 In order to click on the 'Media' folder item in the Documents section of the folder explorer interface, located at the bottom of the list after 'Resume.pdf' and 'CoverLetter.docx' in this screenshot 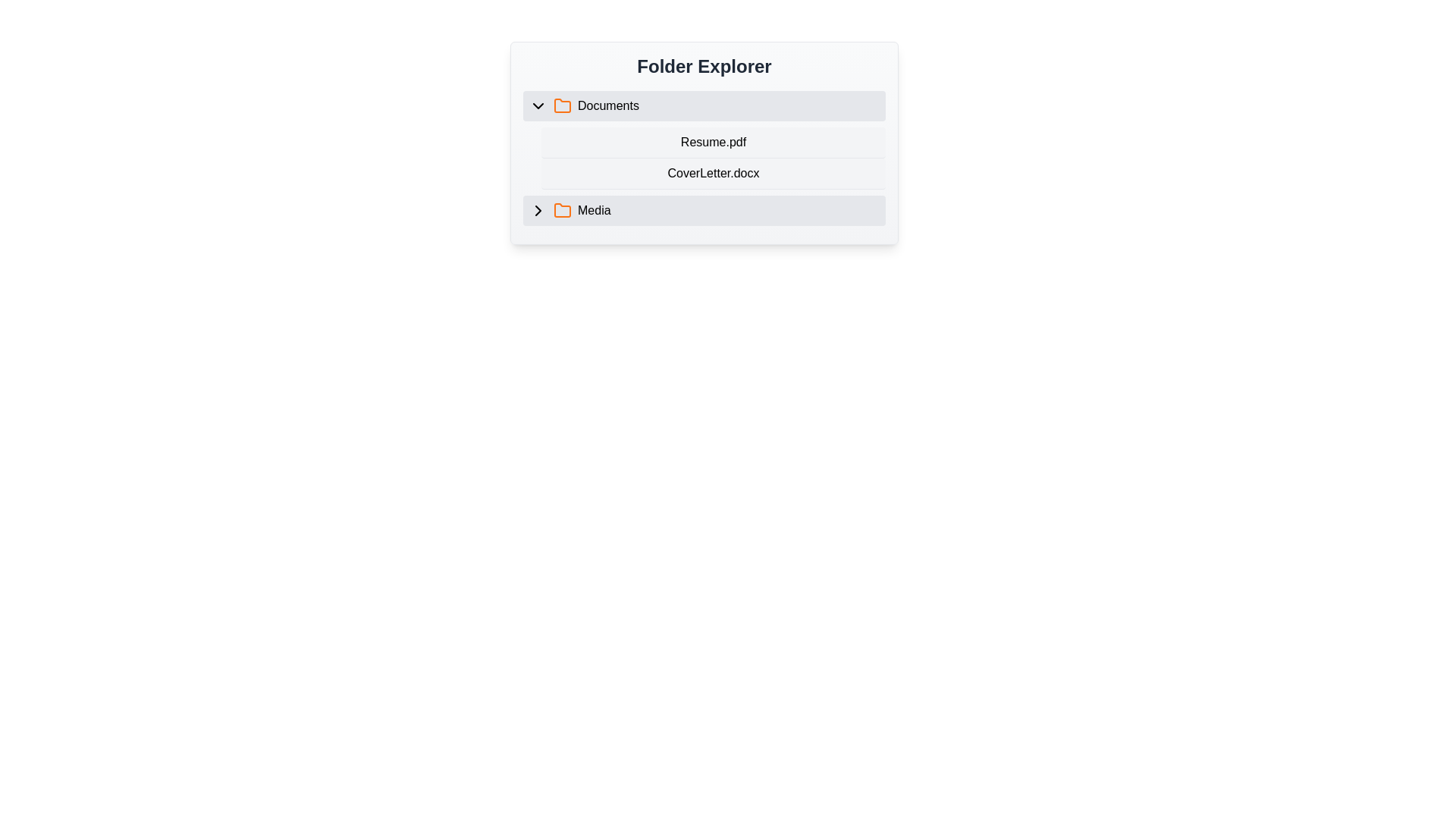, I will do `click(704, 210)`.